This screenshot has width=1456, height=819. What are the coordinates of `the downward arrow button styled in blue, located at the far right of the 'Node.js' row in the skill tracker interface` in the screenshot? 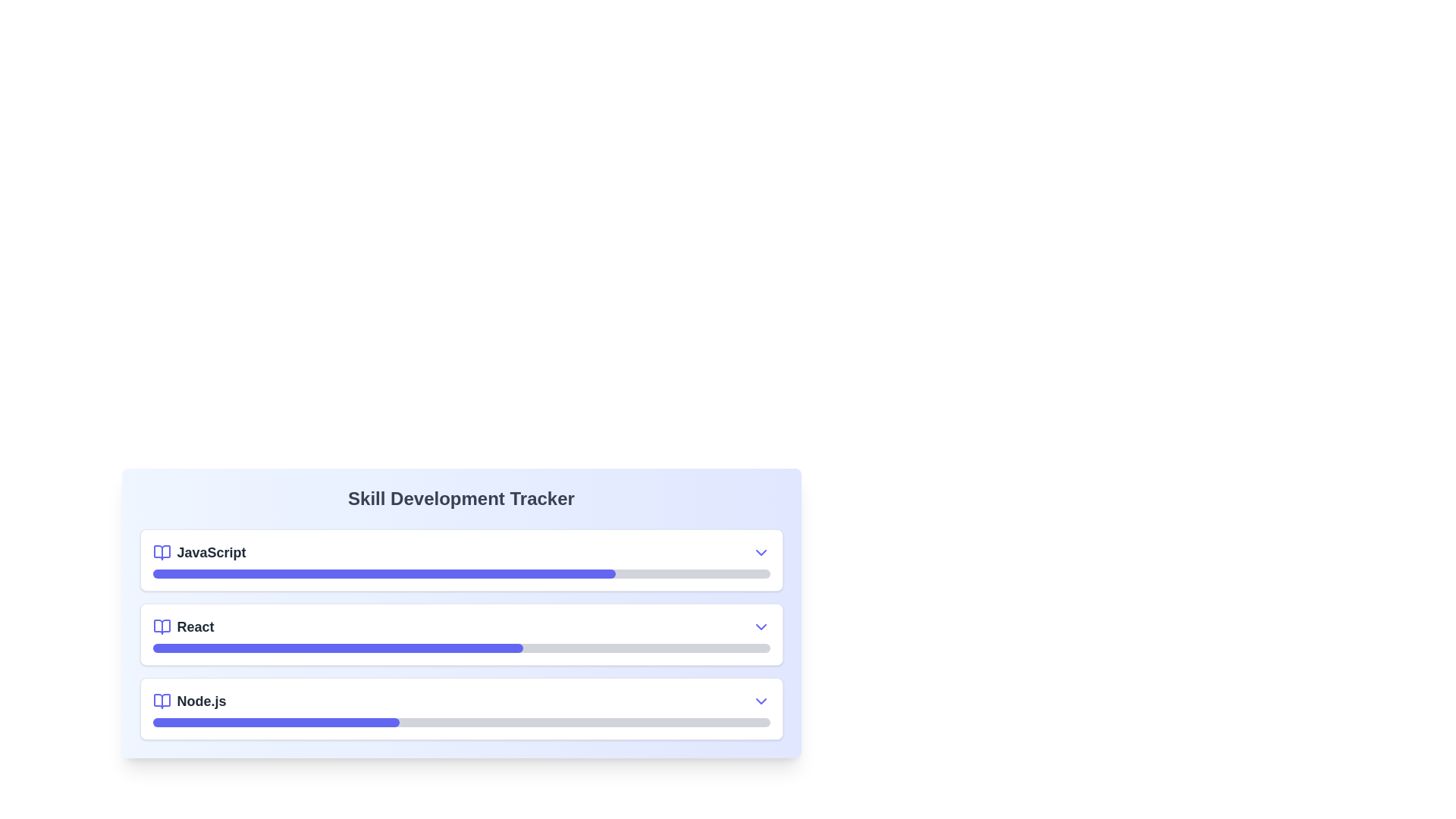 It's located at (761, 701).